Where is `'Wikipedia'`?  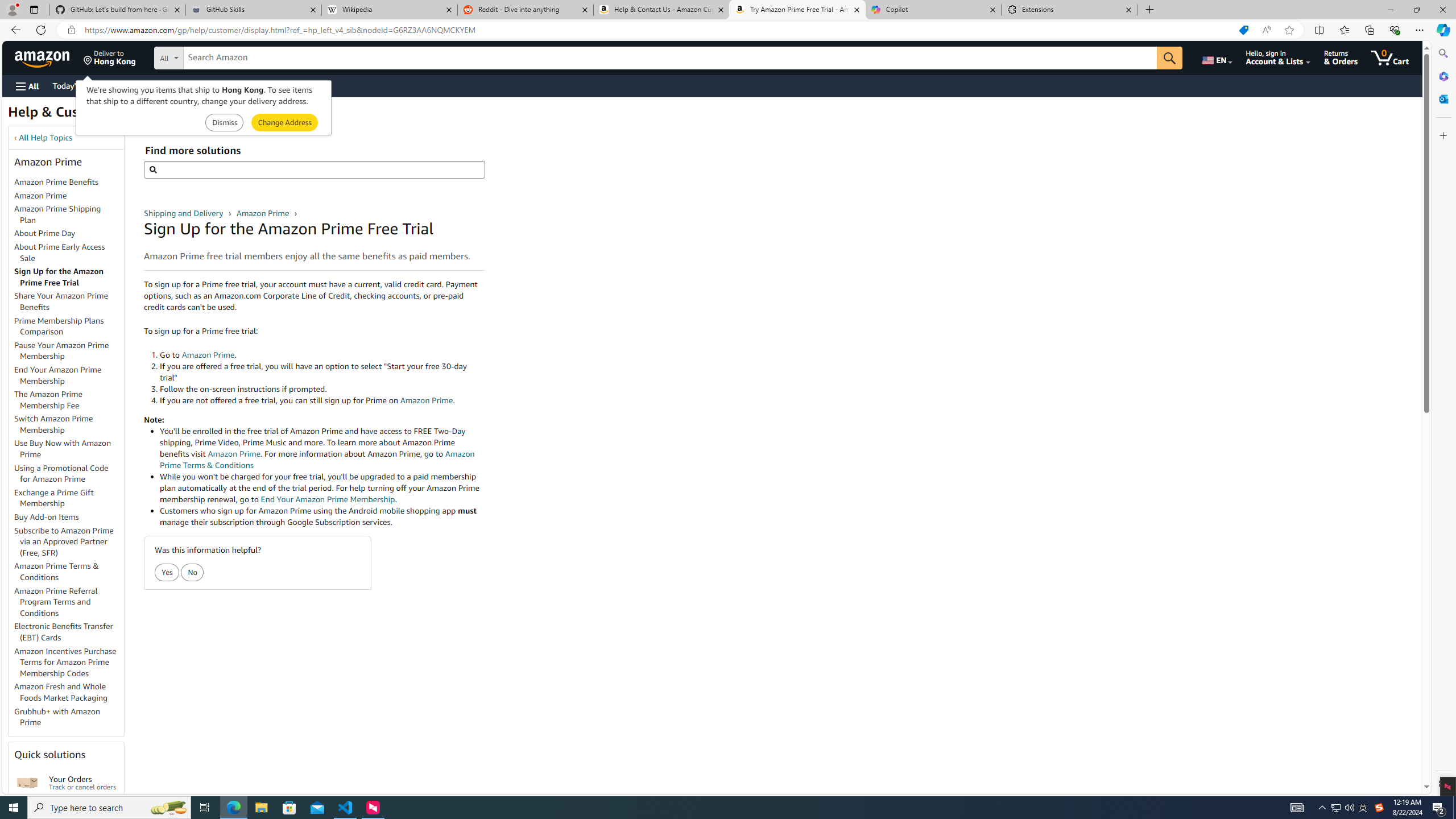
'Wikipedia' is located at coordinates (390, 9).